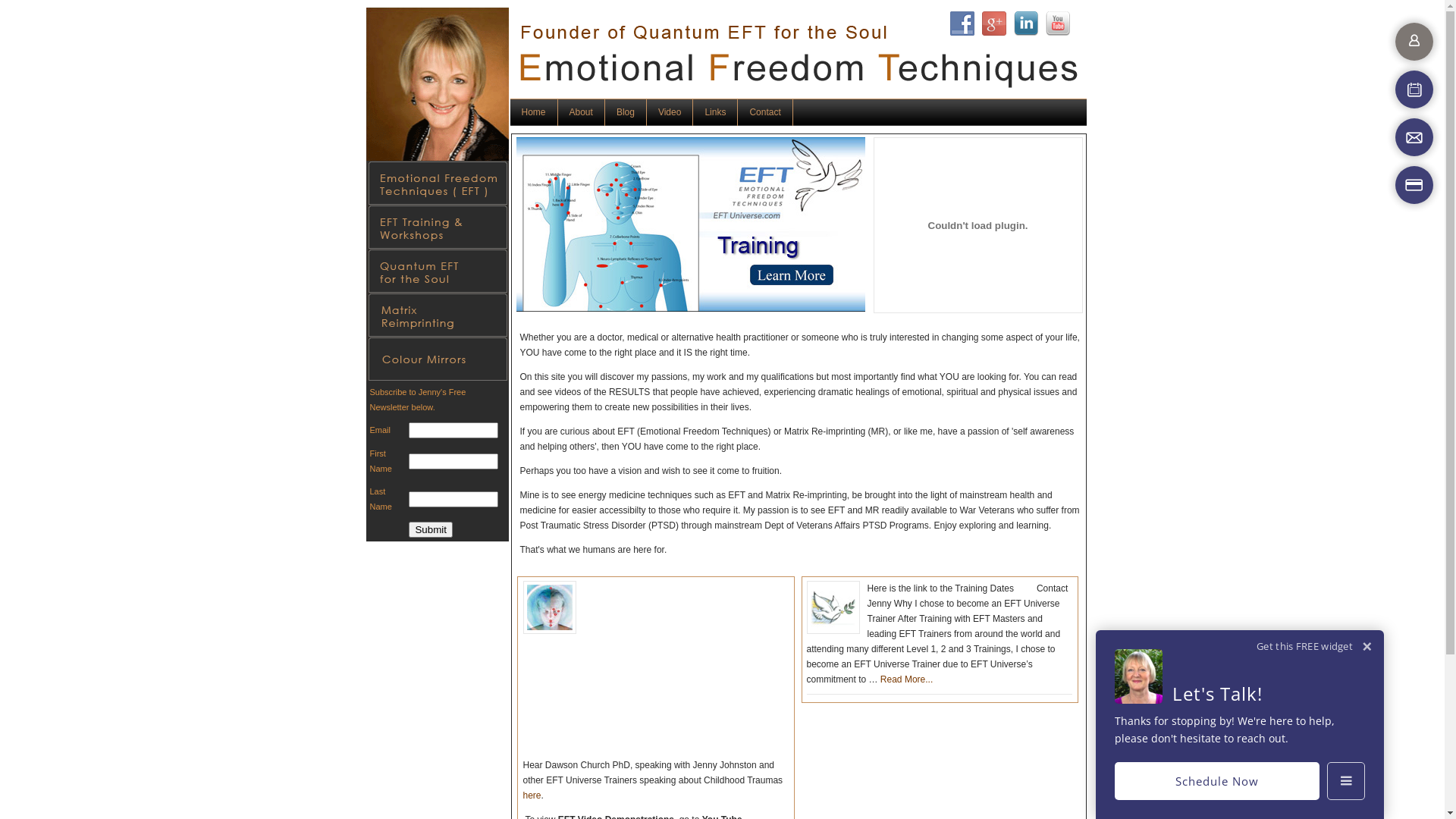 Image resolution: width=1456 pixels, height=819 pixels. What do you see at coordinates (581, 111) in the screenshot?
I see `'About'` at bounding box center [581, 111].